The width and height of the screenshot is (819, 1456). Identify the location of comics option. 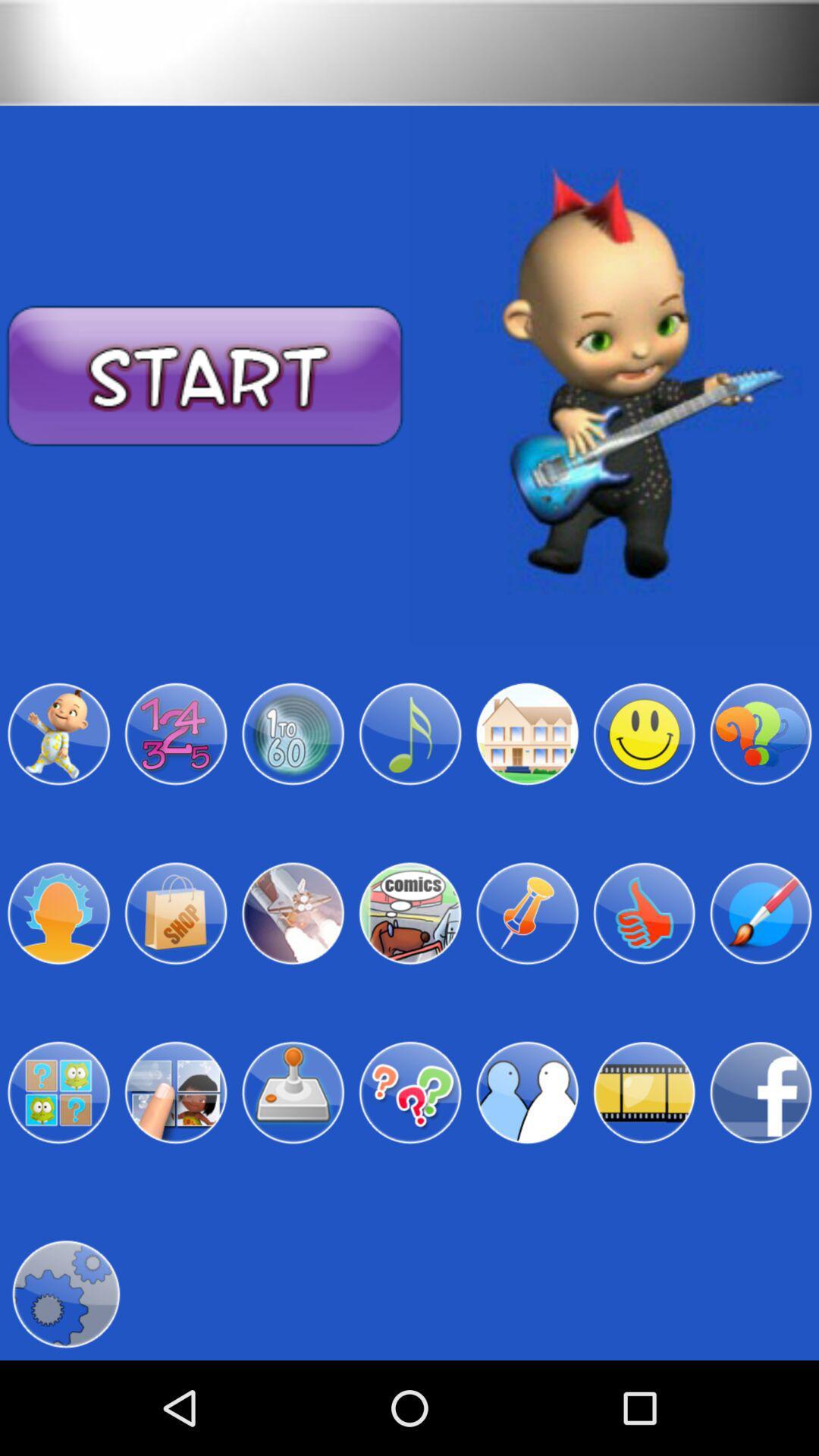
(409, 912).